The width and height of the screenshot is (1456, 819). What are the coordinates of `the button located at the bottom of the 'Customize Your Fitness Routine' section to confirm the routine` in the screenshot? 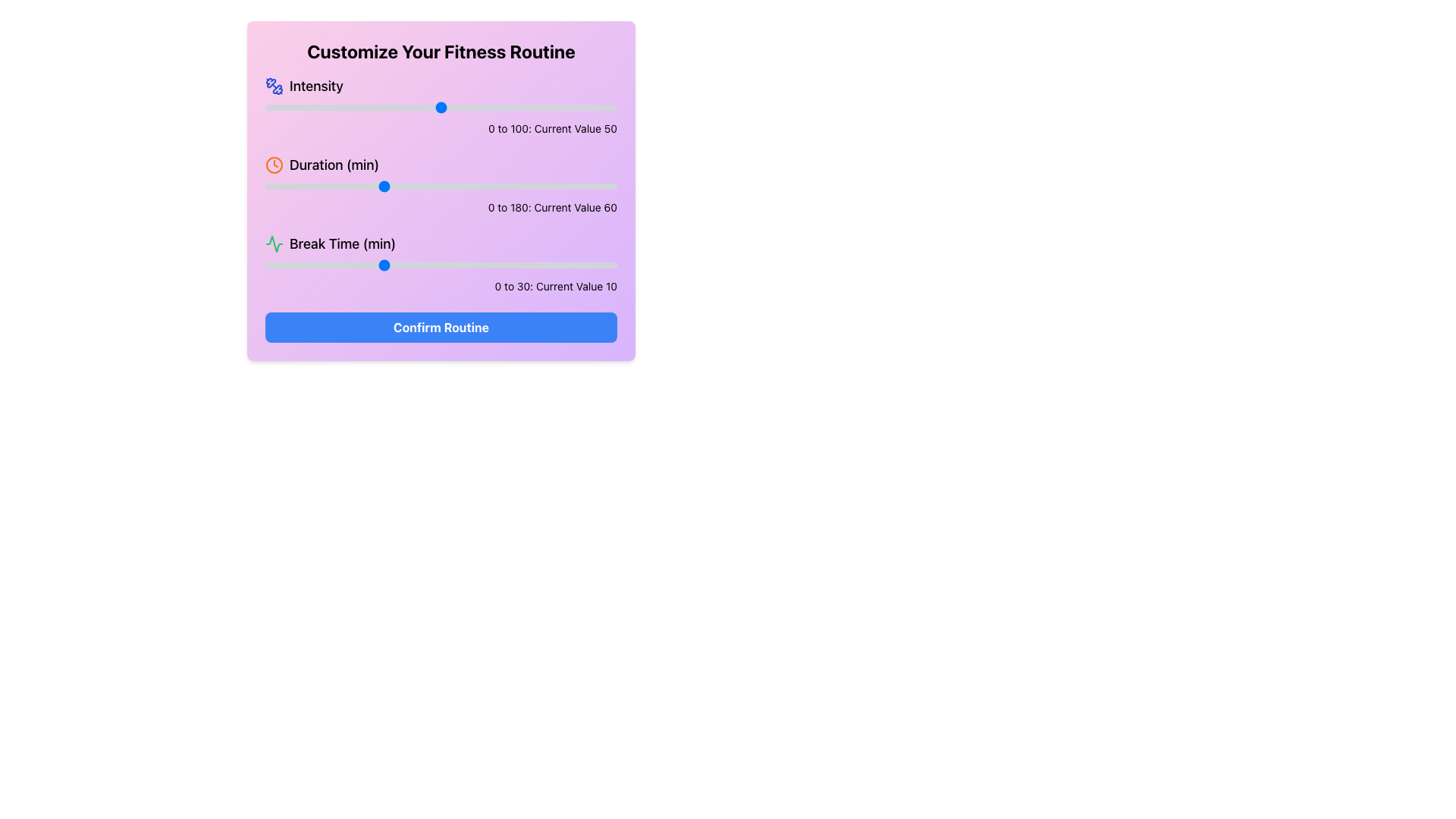 It's located at (440, 327).